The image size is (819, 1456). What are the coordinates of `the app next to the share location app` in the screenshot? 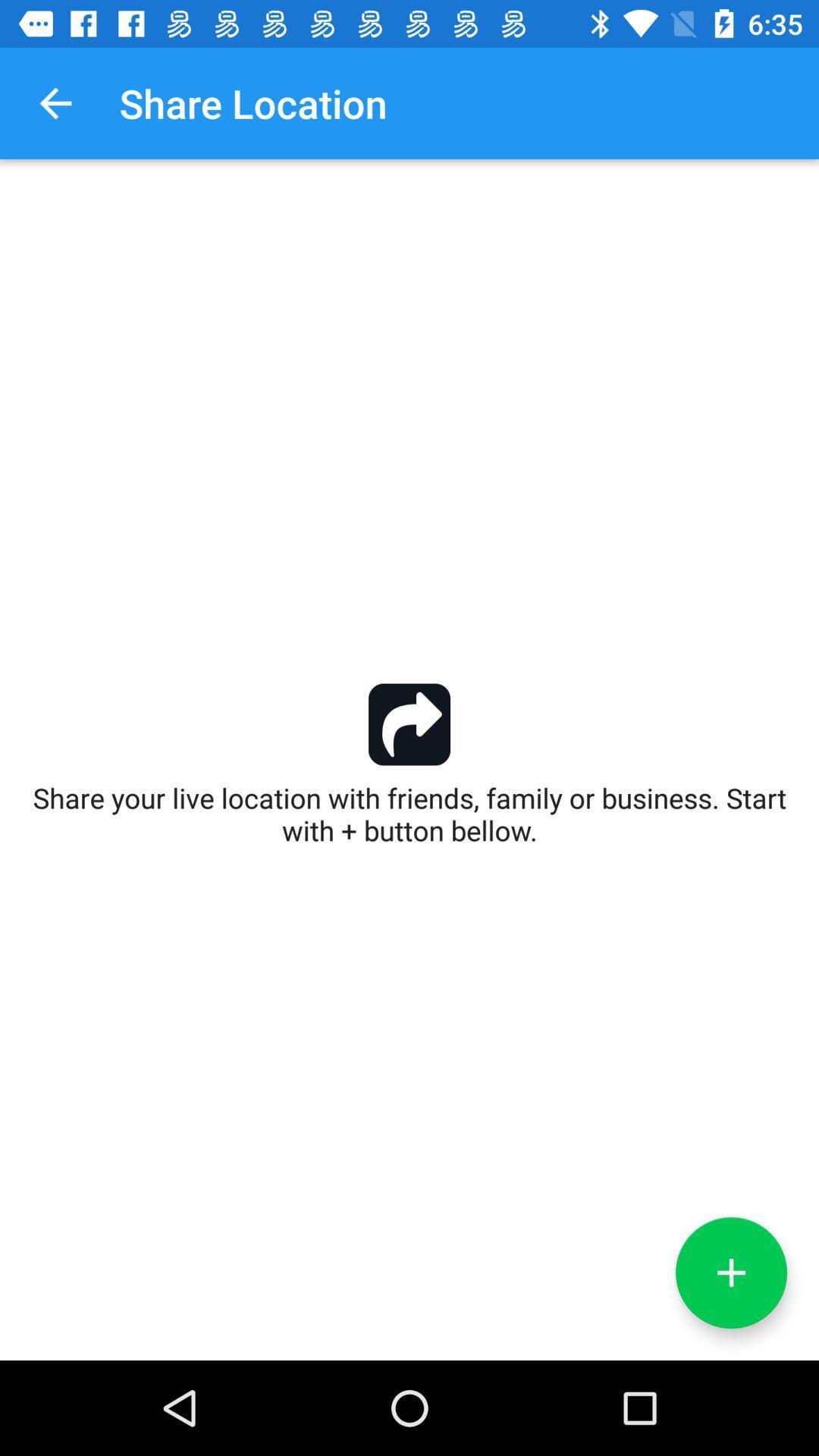 It's located at (55, 102).